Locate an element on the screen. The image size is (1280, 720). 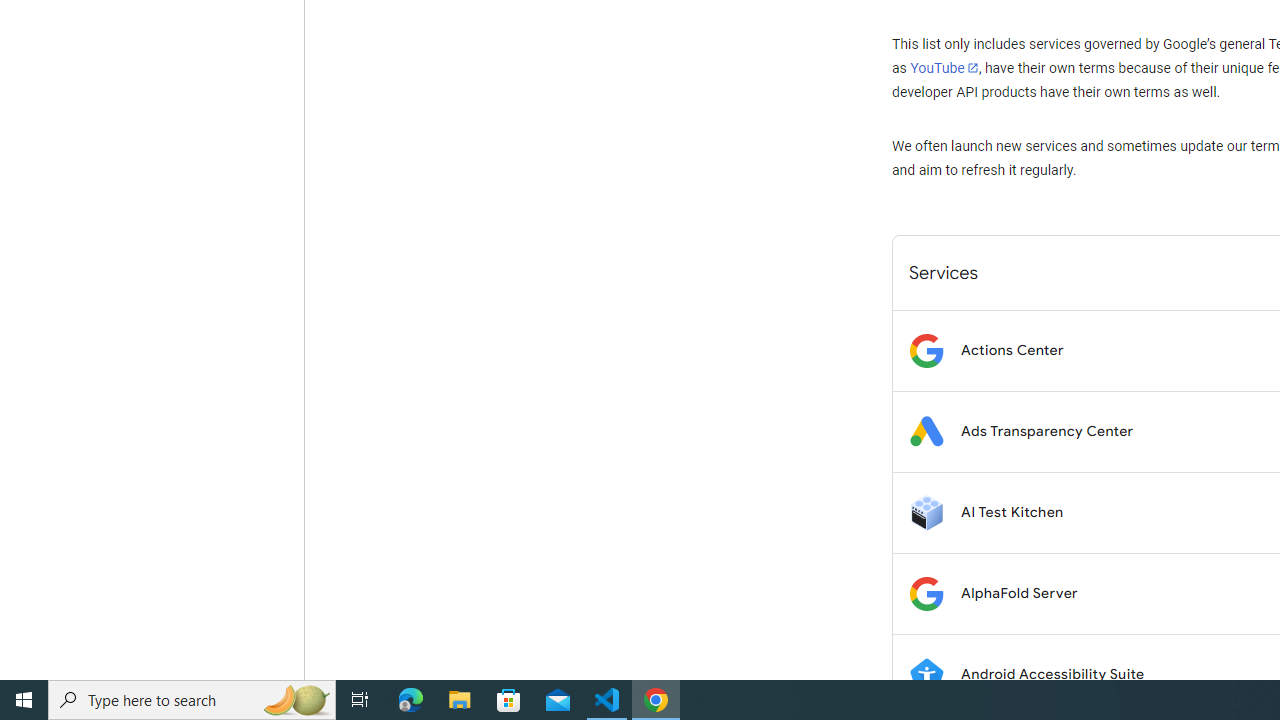
'Logo for Android Accessibility Suite' is located at coordinates (925, 674).